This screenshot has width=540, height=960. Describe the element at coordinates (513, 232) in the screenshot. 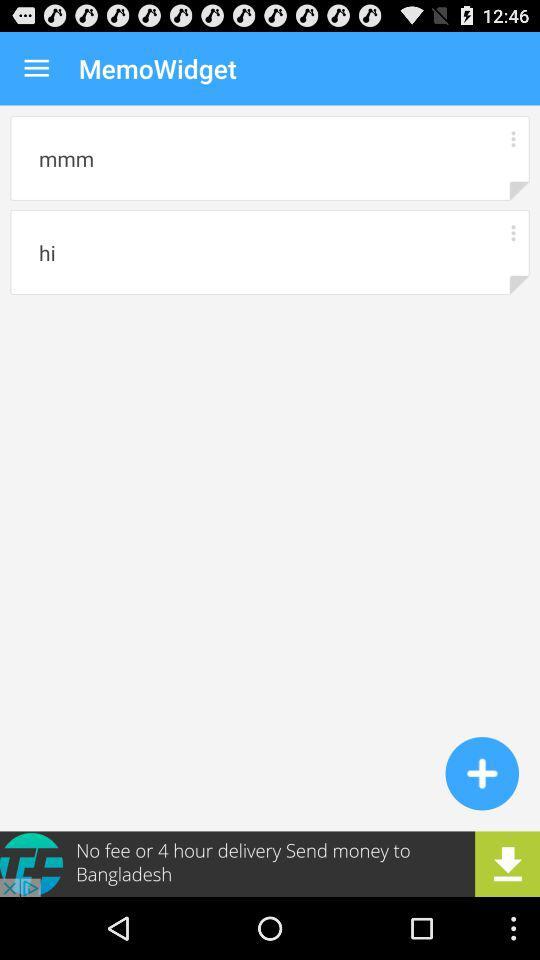

I see `options` at that location.